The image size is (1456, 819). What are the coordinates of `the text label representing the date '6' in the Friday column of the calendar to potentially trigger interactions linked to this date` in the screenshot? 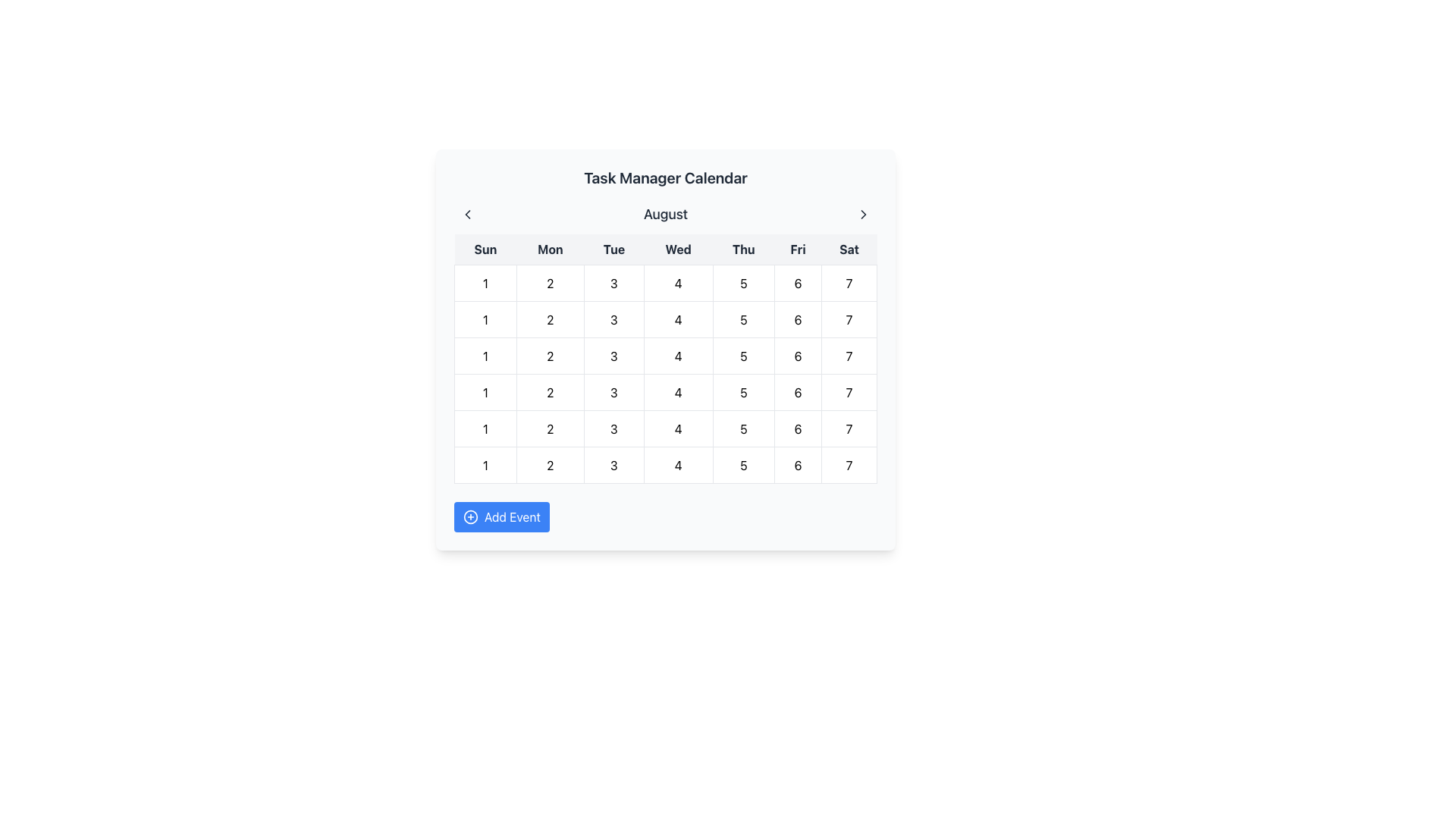 It's located at (797, 391).